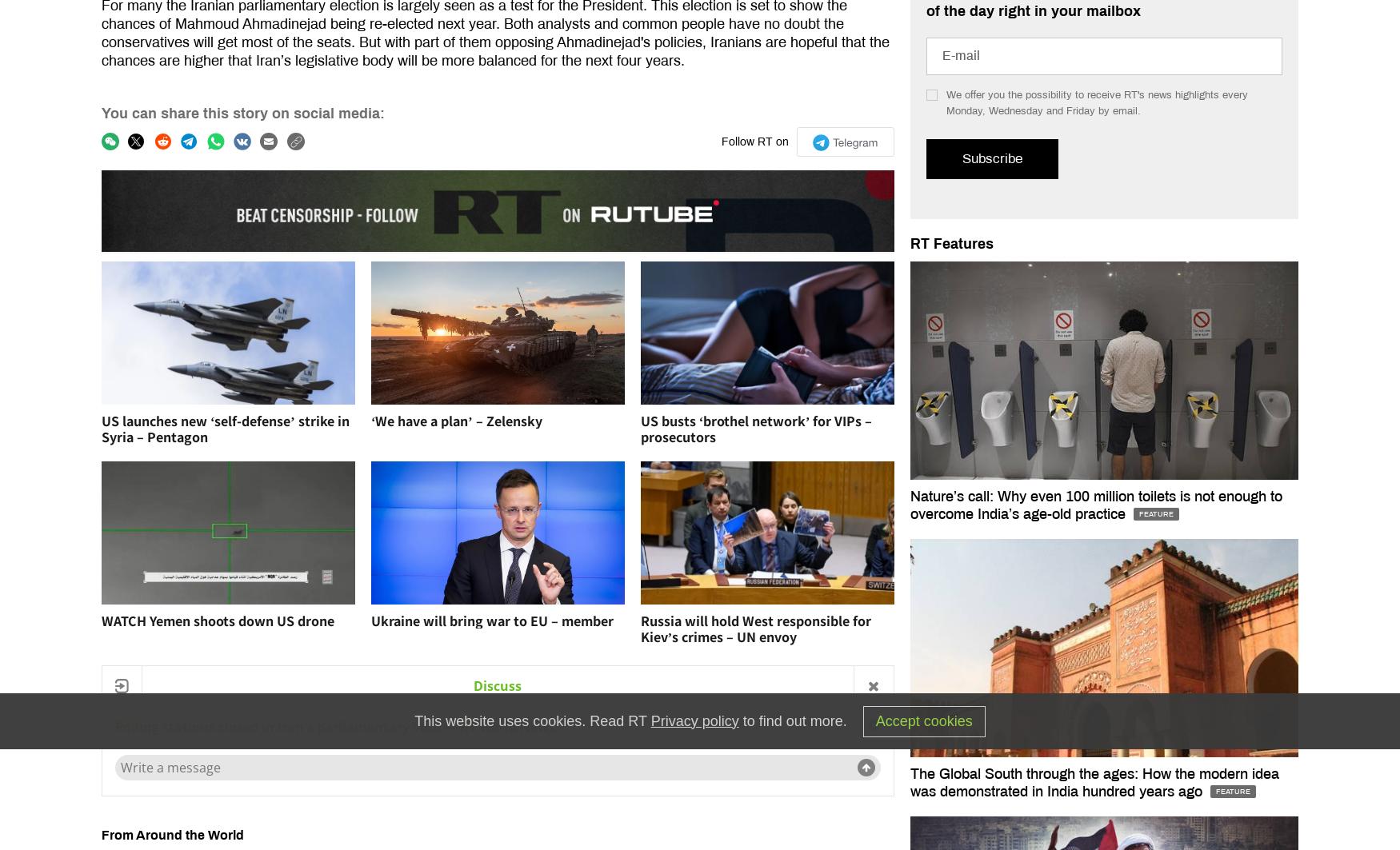 This screenshot has height=850, width=1400. What do you see at coordinates (991, 158) in the screenshot?
I see `'Subscribe'` at bounding box center [991, 158].